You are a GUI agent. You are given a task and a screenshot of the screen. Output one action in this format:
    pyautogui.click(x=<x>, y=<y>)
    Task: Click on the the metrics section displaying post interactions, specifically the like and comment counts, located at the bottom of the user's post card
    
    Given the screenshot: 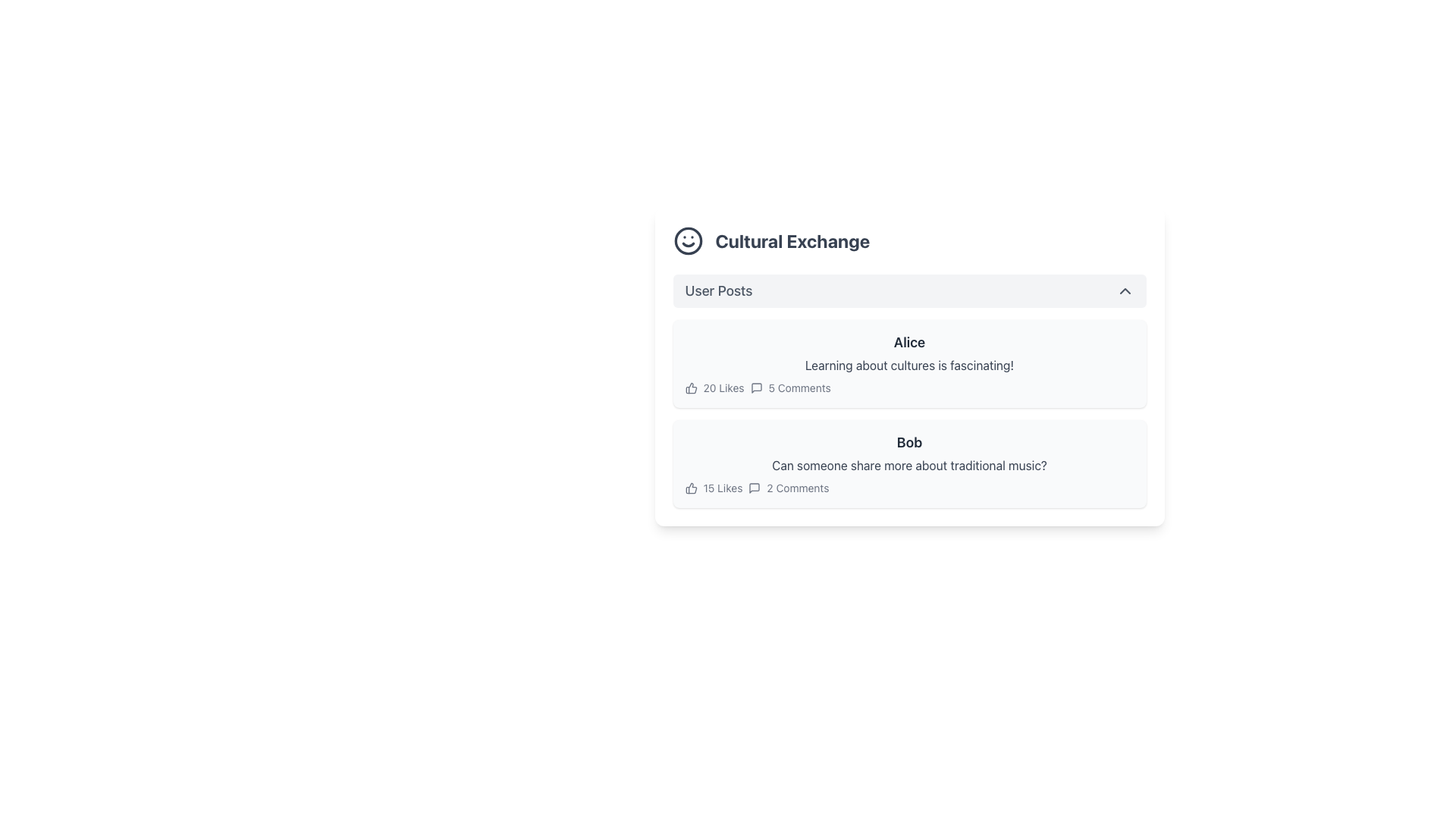 What is the action you would take?
    pyautogui.click(x=909, y=488)
    